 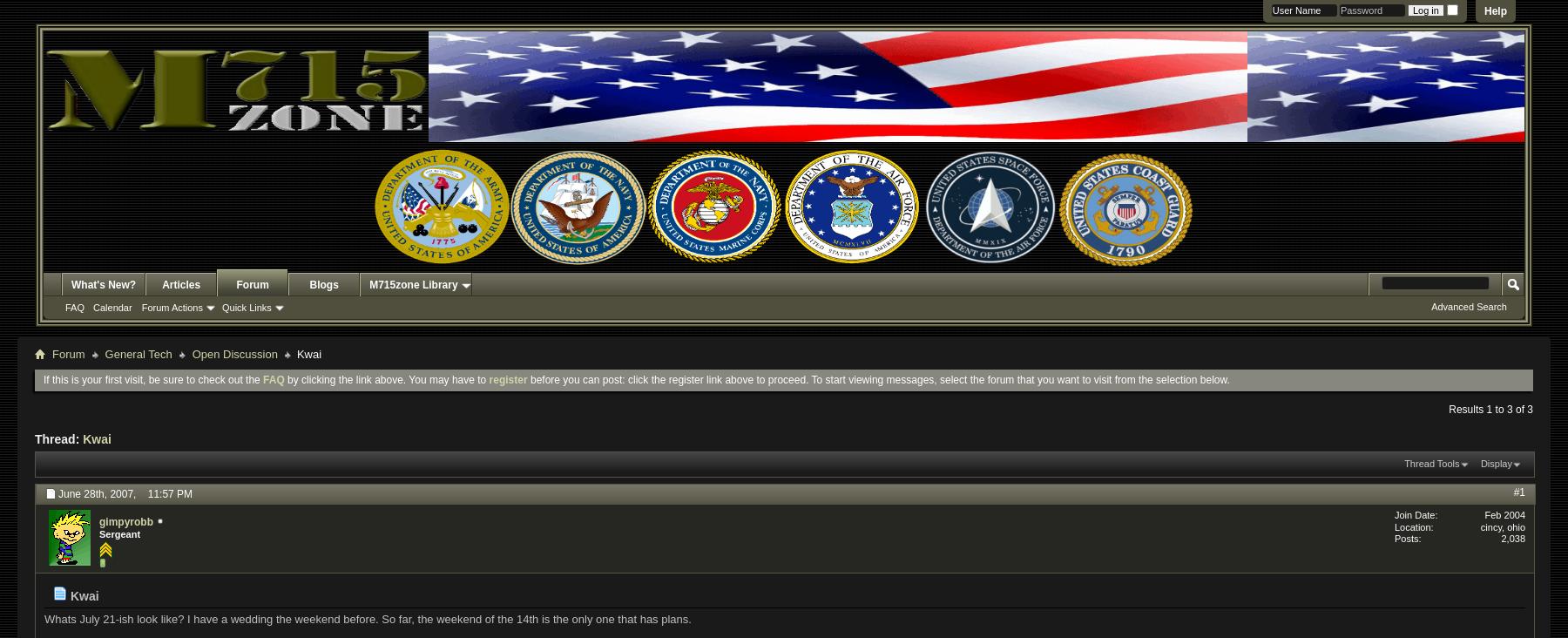 I want to click on 'What's New?', so click(x=103, y=284).